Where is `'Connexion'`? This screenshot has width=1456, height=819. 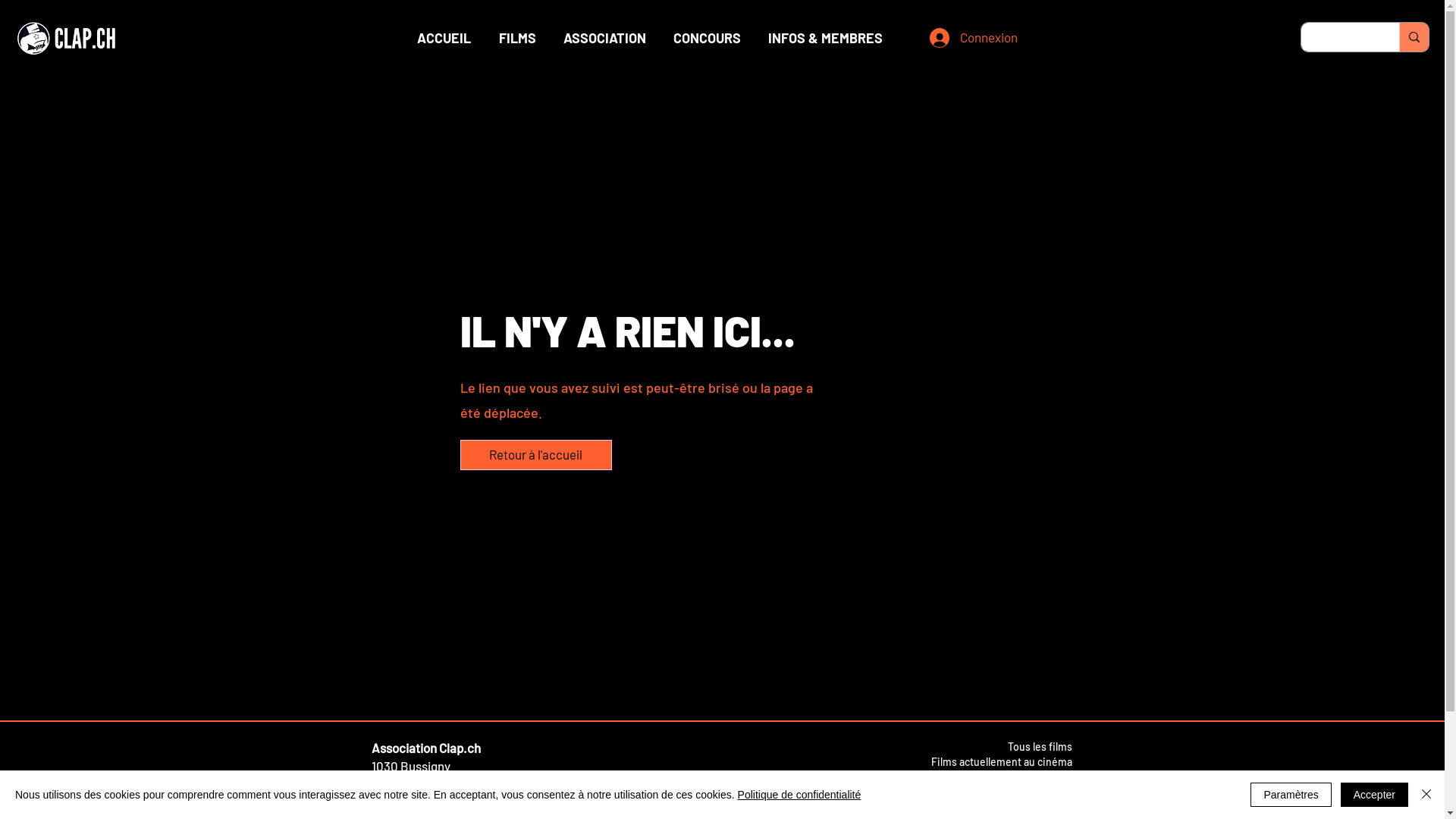
'Connexion' is located at coordinates (964, 37).